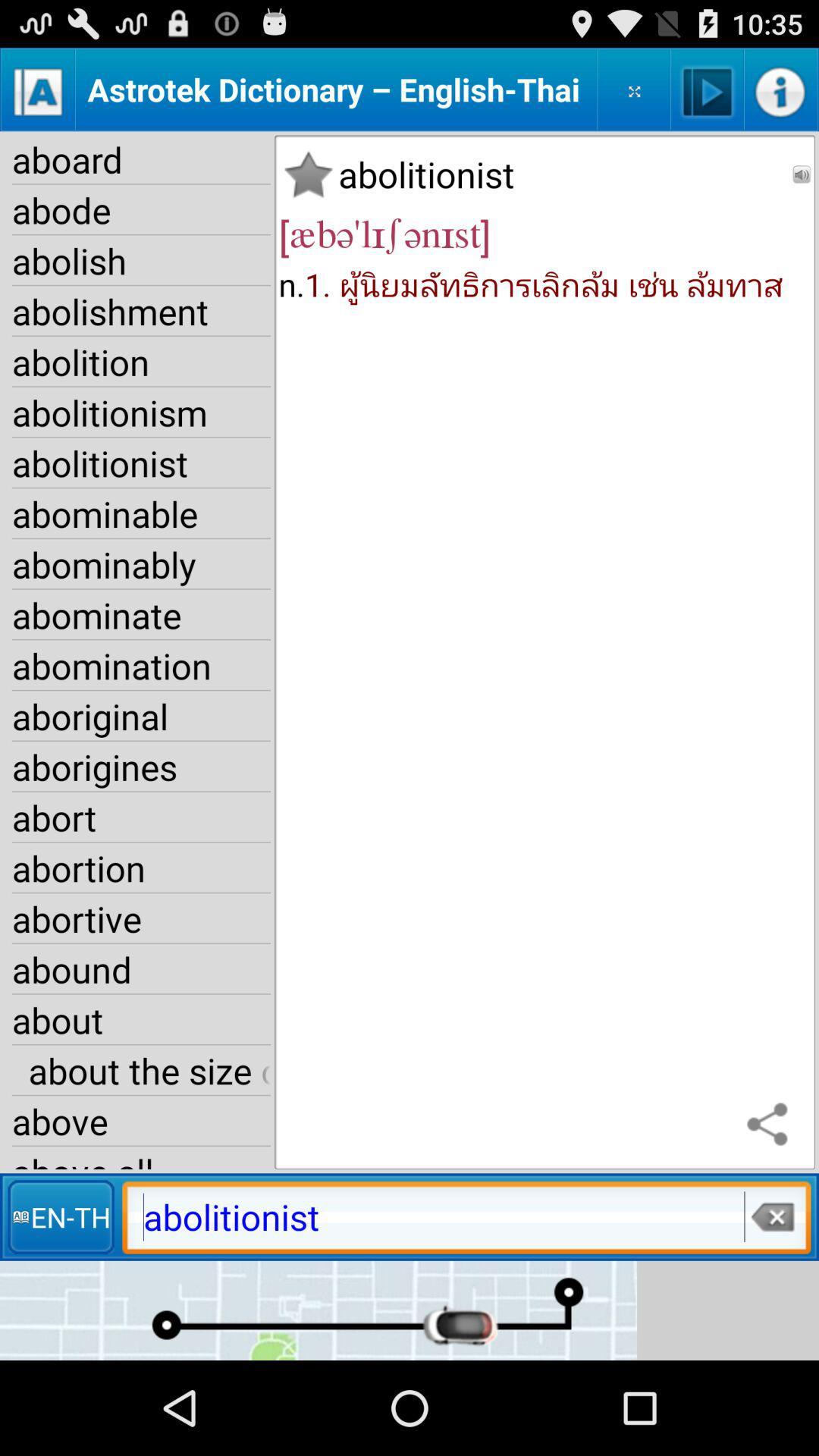  Describe the element at coordinates (307, 174) in the screenshot. I see `item next to aboard item` at that location.